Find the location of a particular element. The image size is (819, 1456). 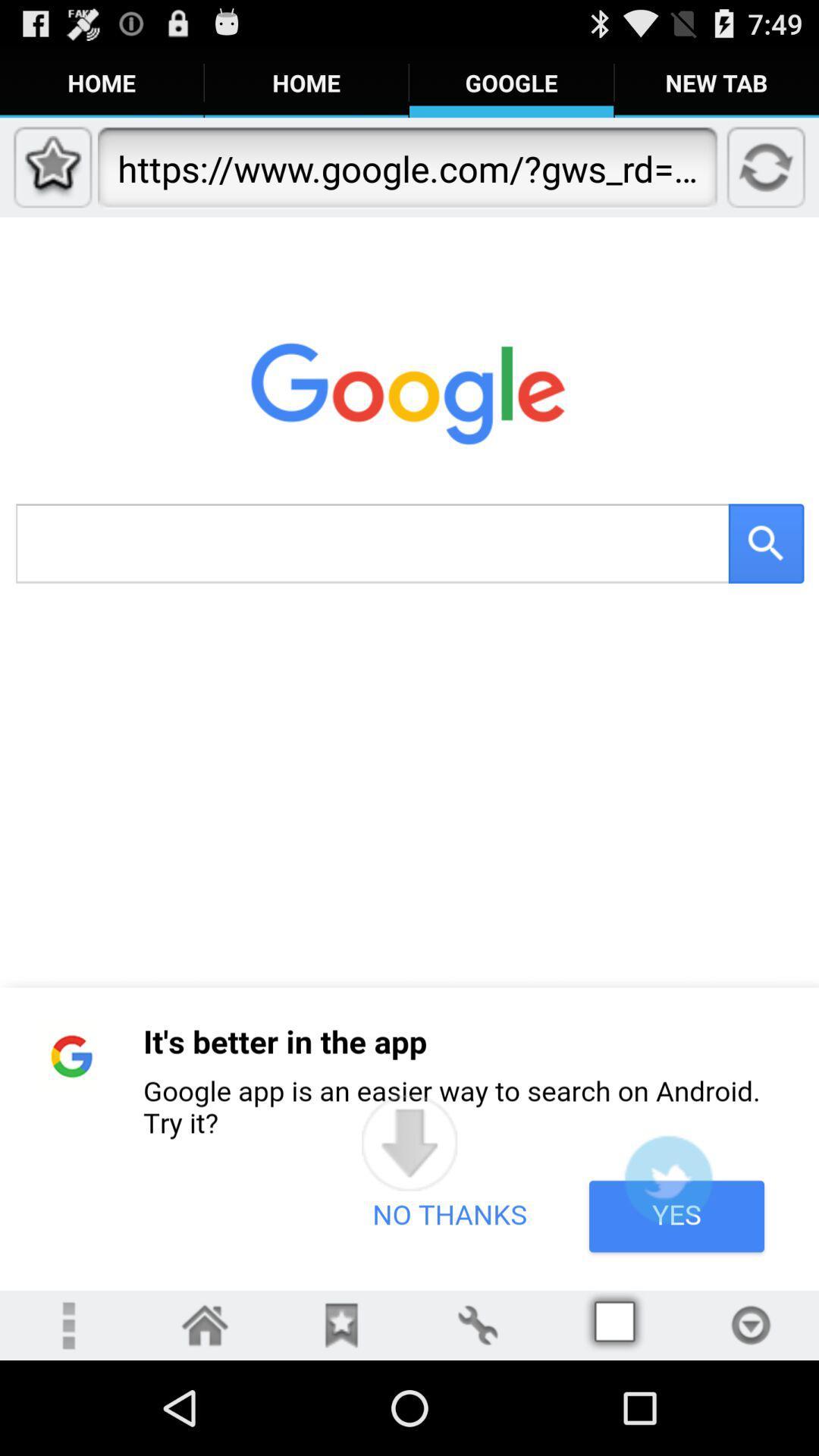

setting is located at coordinates (476, 1324).